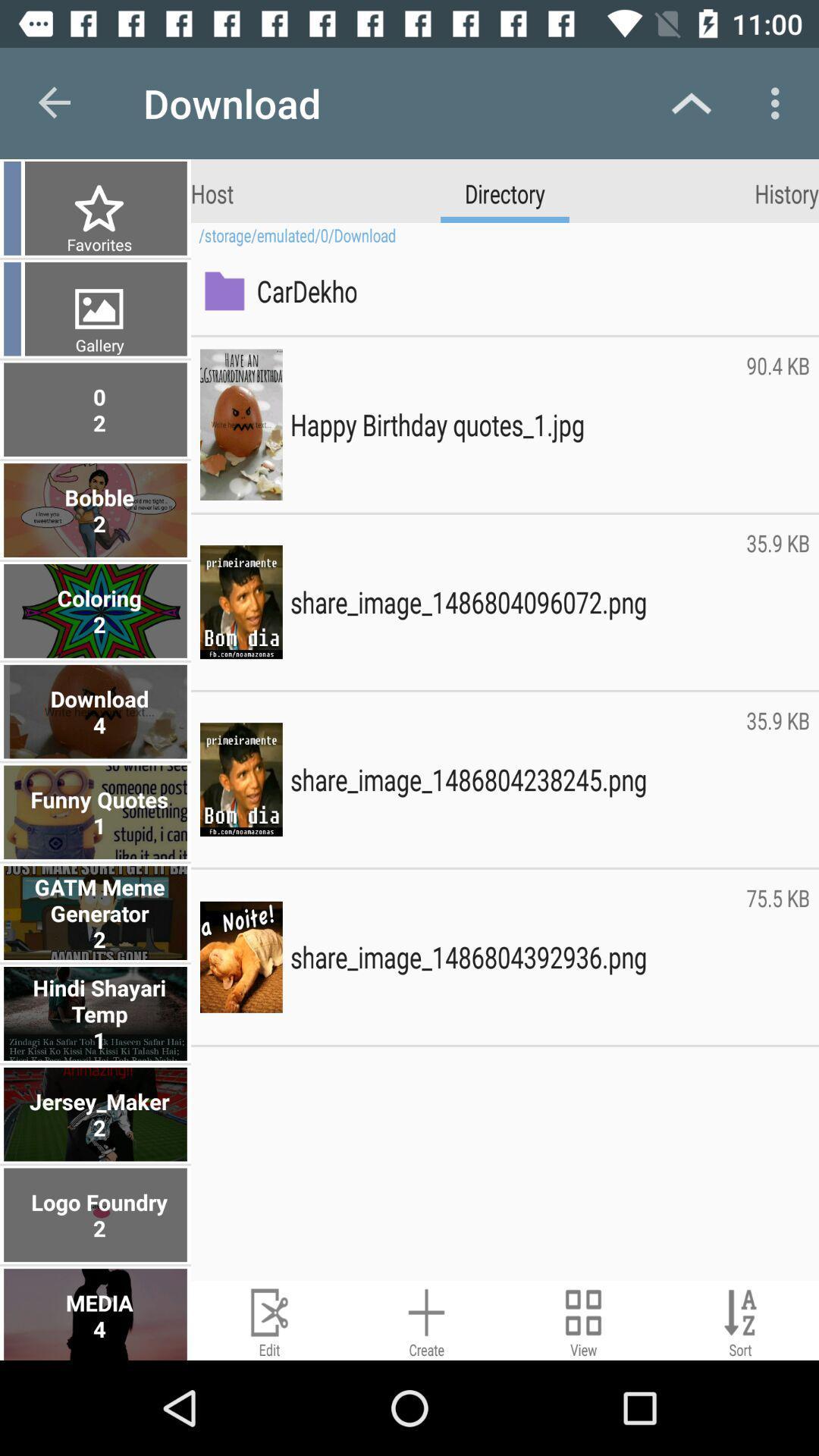 The height and width of the screenshot is (1456, 819). Describe the element at coordinates (739, 1319) in the screenshot. I see `sort results` at that location.